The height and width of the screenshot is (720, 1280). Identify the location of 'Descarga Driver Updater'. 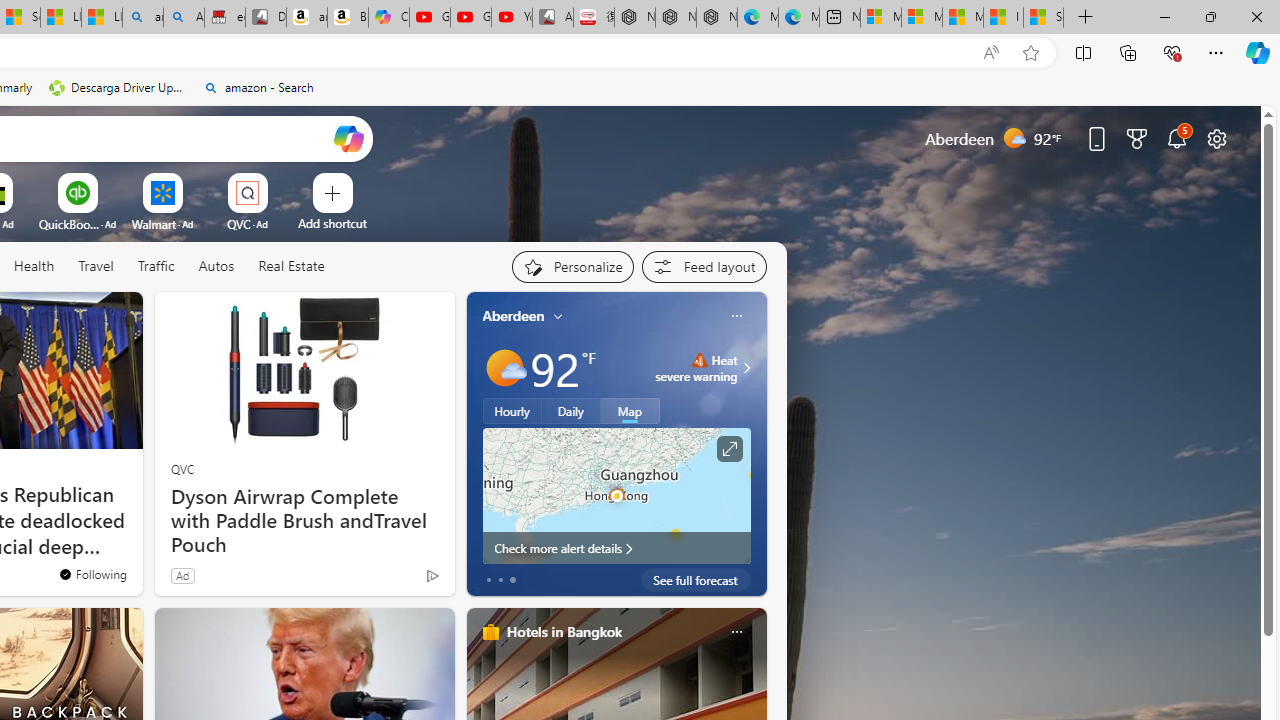
(117, 87).